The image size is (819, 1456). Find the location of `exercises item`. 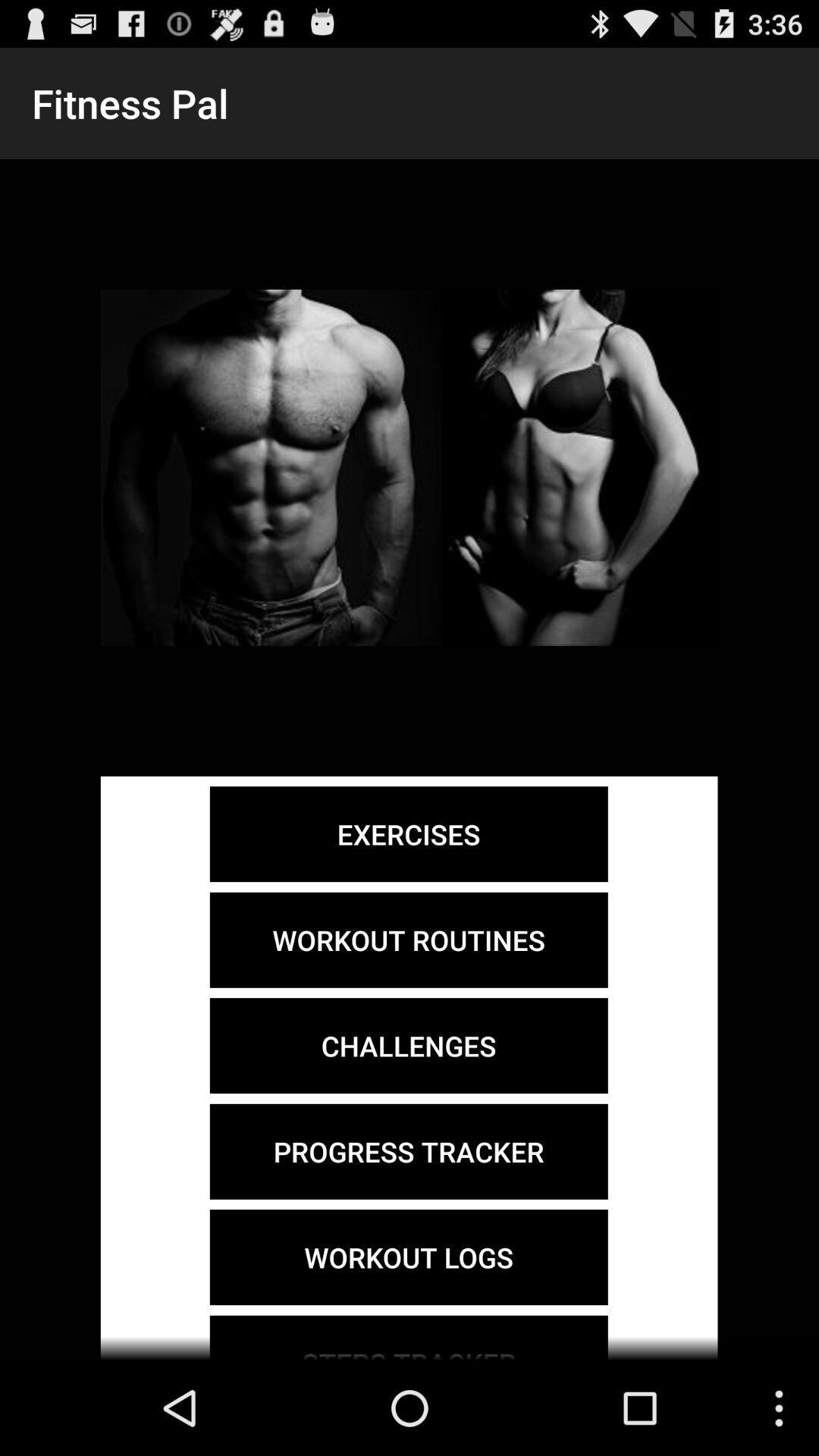

exercises item is located at coordinates (408, 833).